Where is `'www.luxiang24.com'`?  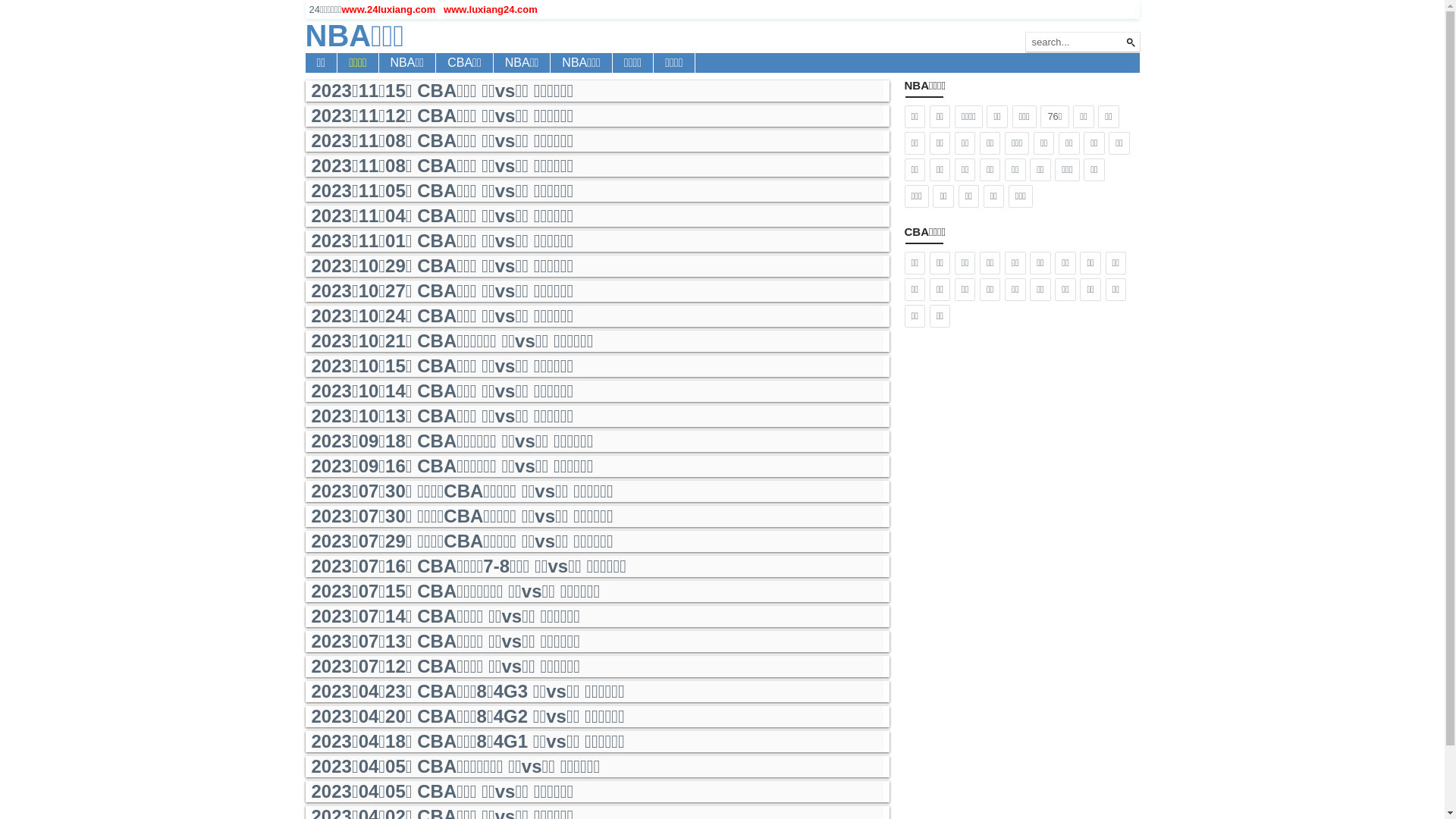
'www.luxiang24.com' is located at coordinates (443, 9).